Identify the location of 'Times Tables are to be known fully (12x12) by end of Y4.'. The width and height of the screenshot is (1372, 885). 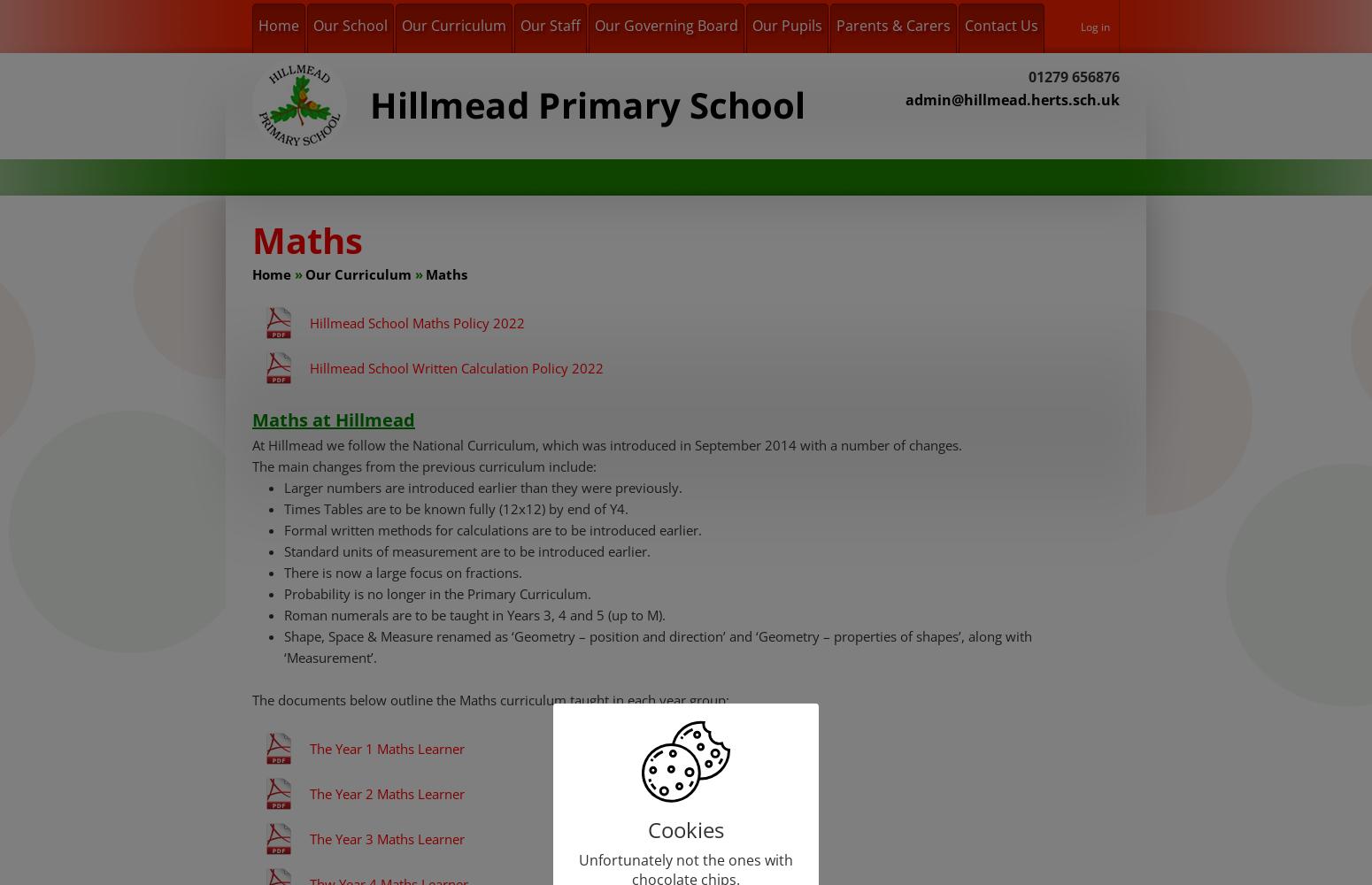
(283, 508).